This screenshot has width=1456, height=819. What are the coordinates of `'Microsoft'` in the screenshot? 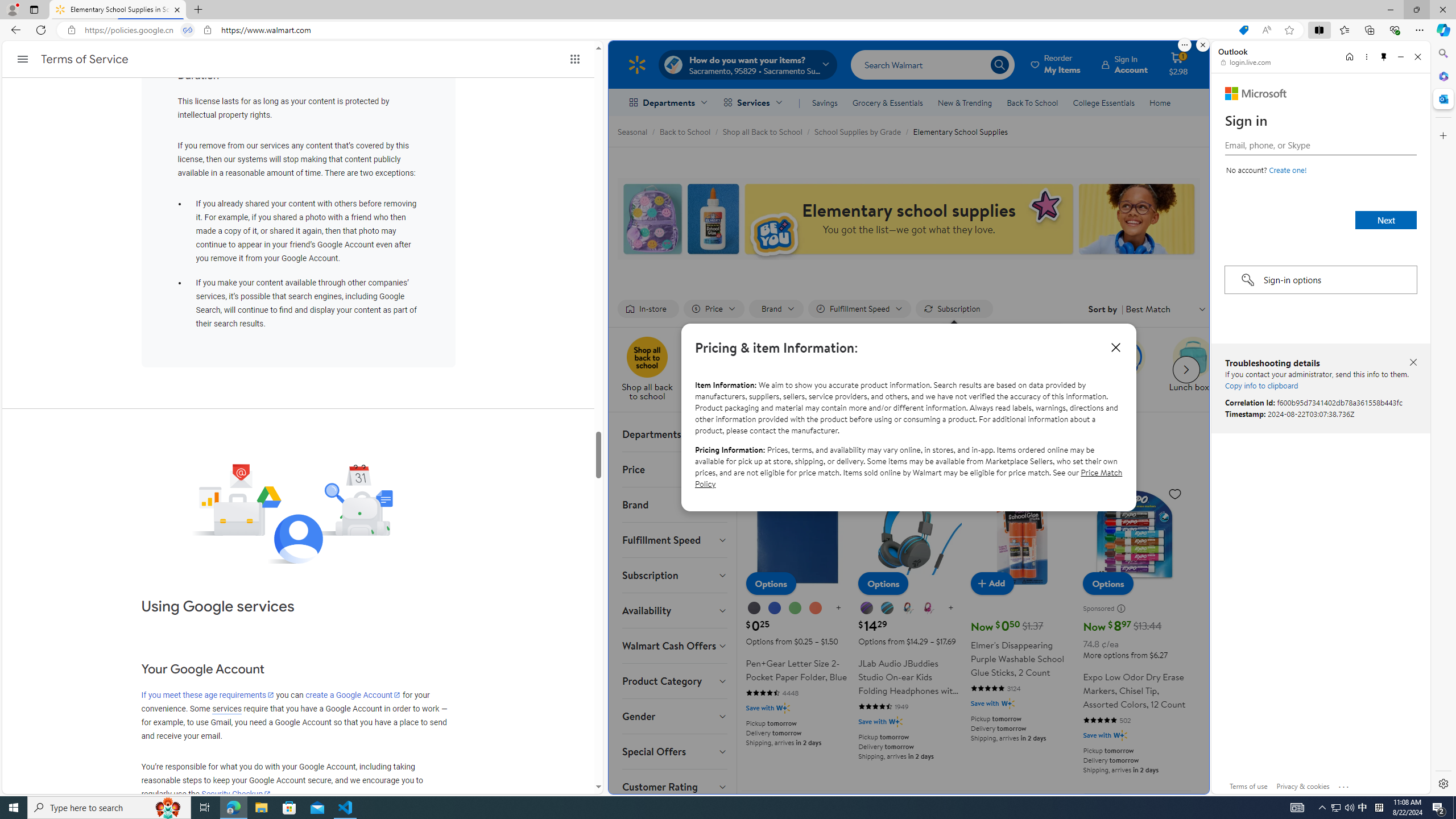 It's located at (1256, 93).